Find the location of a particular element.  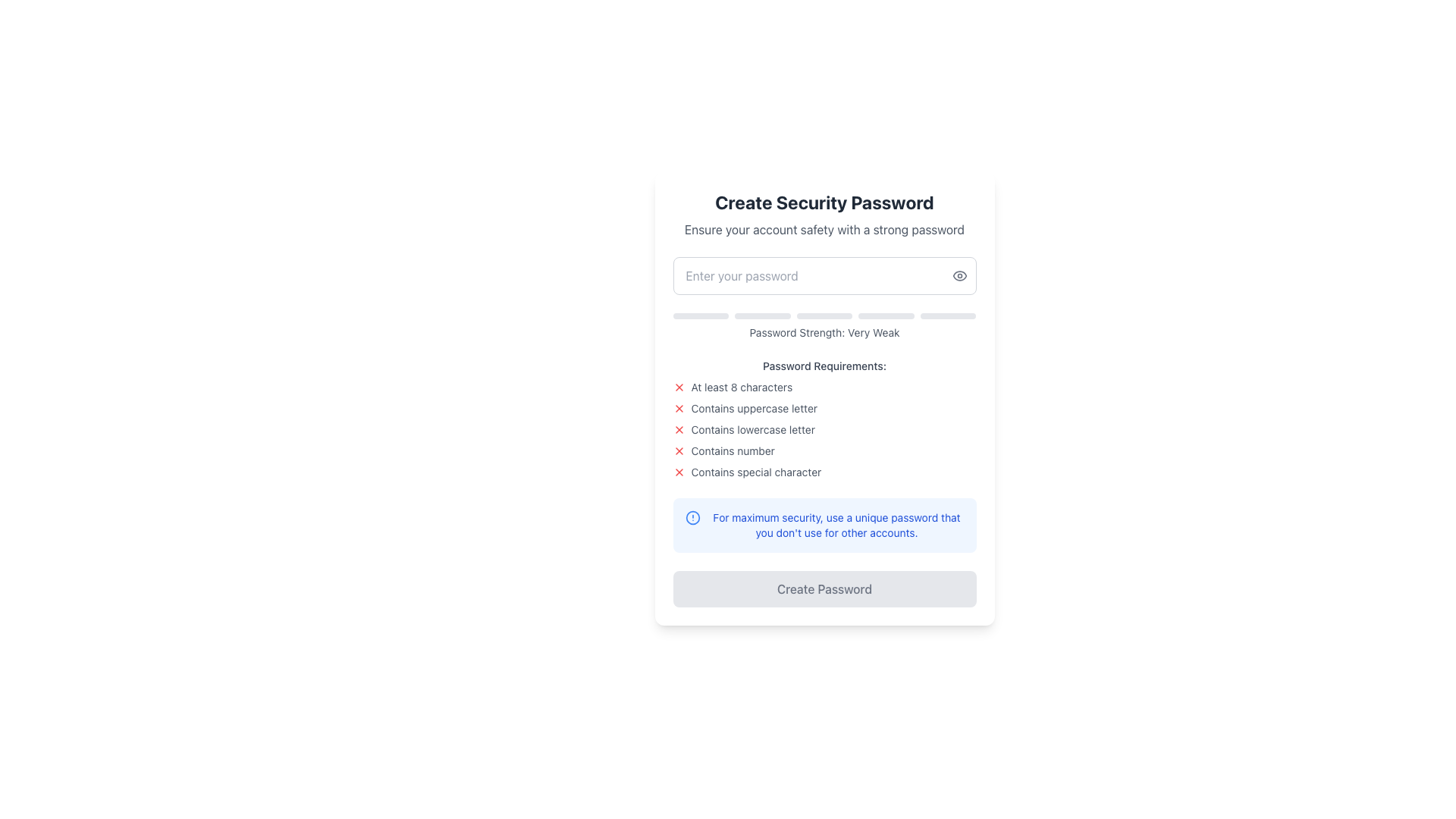

the guideline indicator element that informs the user about the password requirement for including a number, which is the fourth item in the password requirements list is located at coordinates (824, 450).